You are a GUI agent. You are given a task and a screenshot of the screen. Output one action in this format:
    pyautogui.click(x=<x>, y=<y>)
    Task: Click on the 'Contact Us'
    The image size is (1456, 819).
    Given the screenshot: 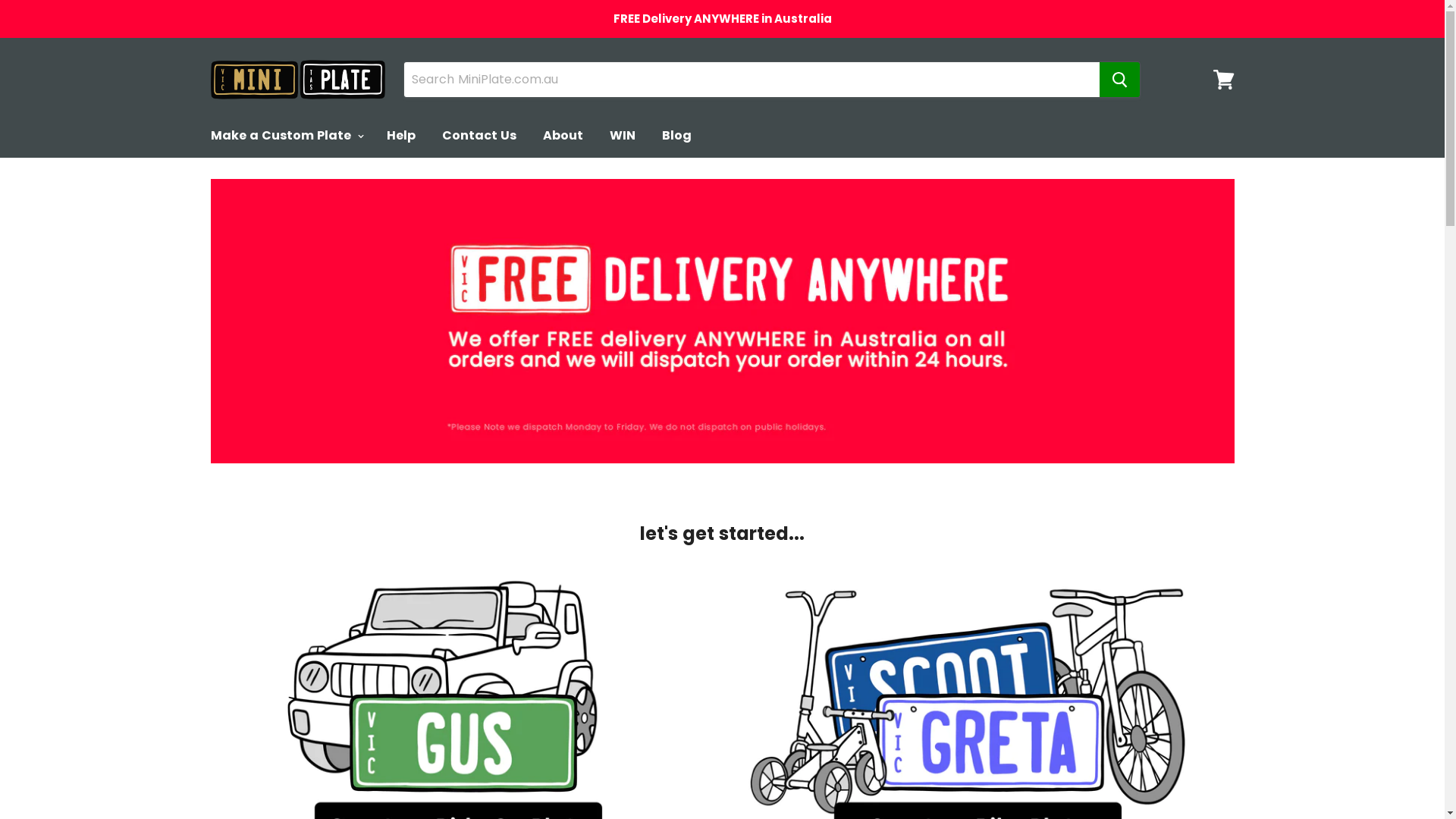 What is the action you would take?
    pyautogui.click(x=479, y=134)
    